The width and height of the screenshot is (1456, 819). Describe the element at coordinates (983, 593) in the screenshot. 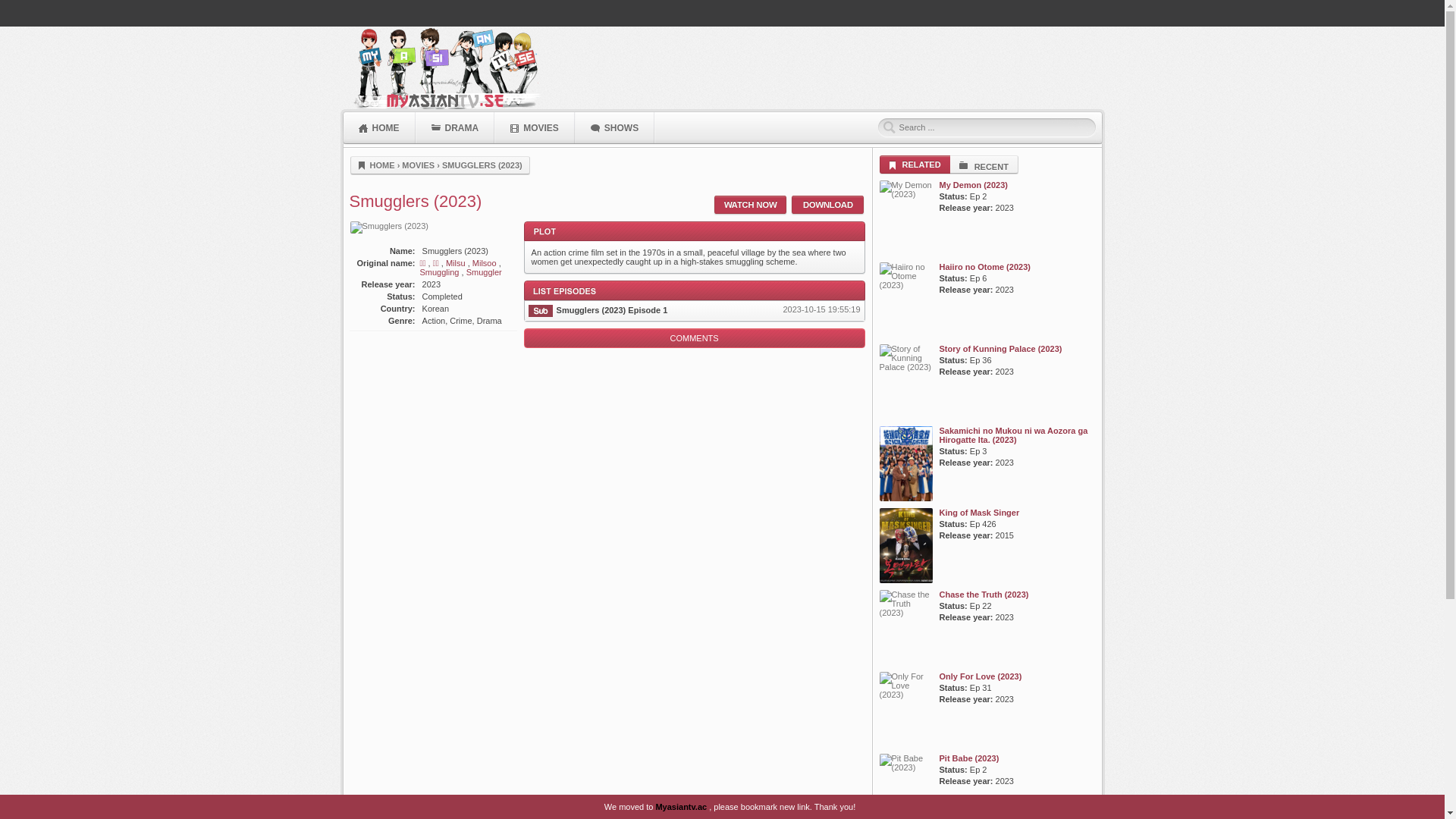

I see `'Chase the Truth (2023)'` at that location.